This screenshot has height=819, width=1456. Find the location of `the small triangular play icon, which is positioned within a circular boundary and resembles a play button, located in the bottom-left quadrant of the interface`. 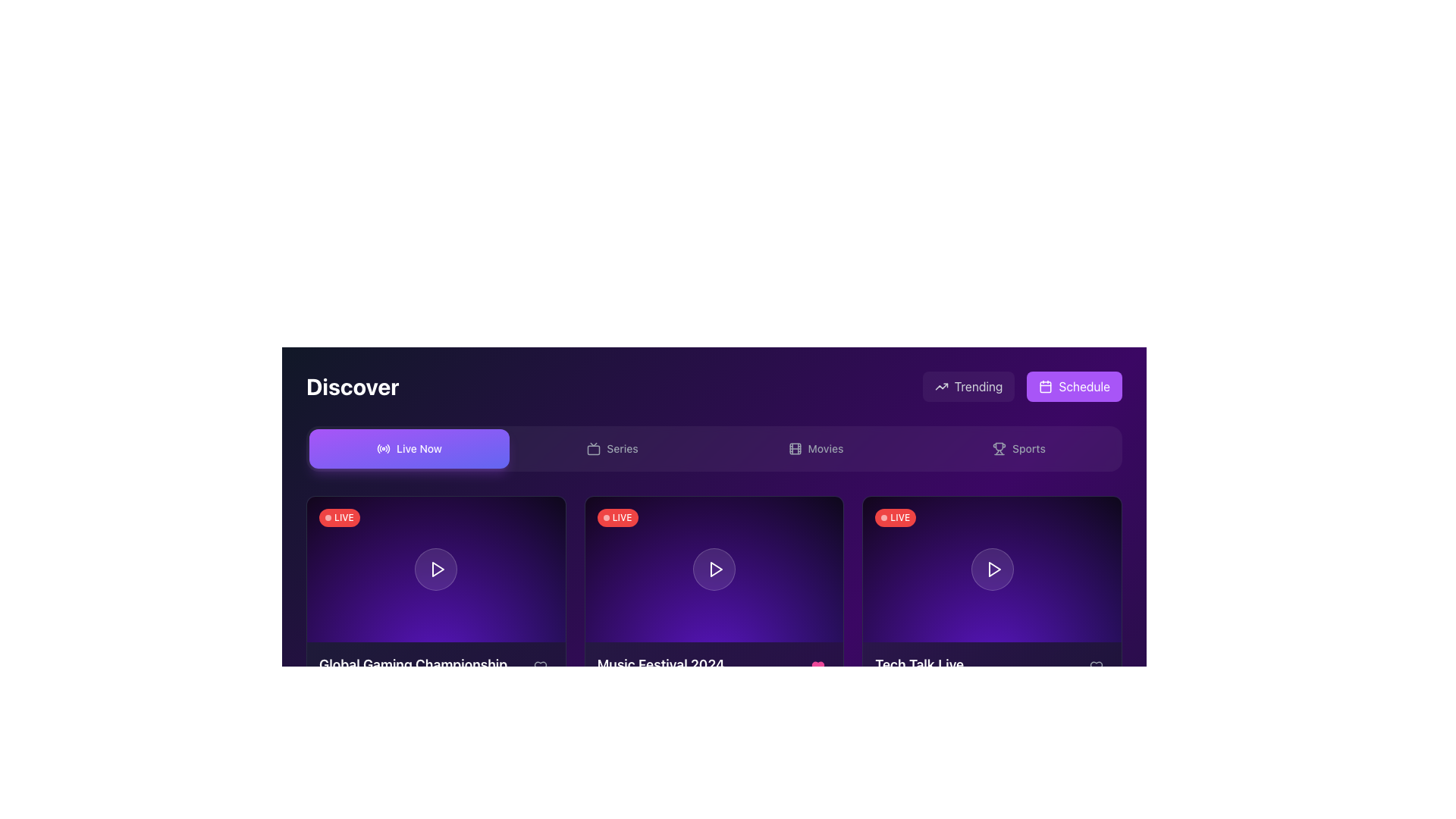

the small triangular play icon, which is positioned within a circular boundary and resembles a play button, located in the bottom-left quadrant of the interface is located at coordinates (438, 569).